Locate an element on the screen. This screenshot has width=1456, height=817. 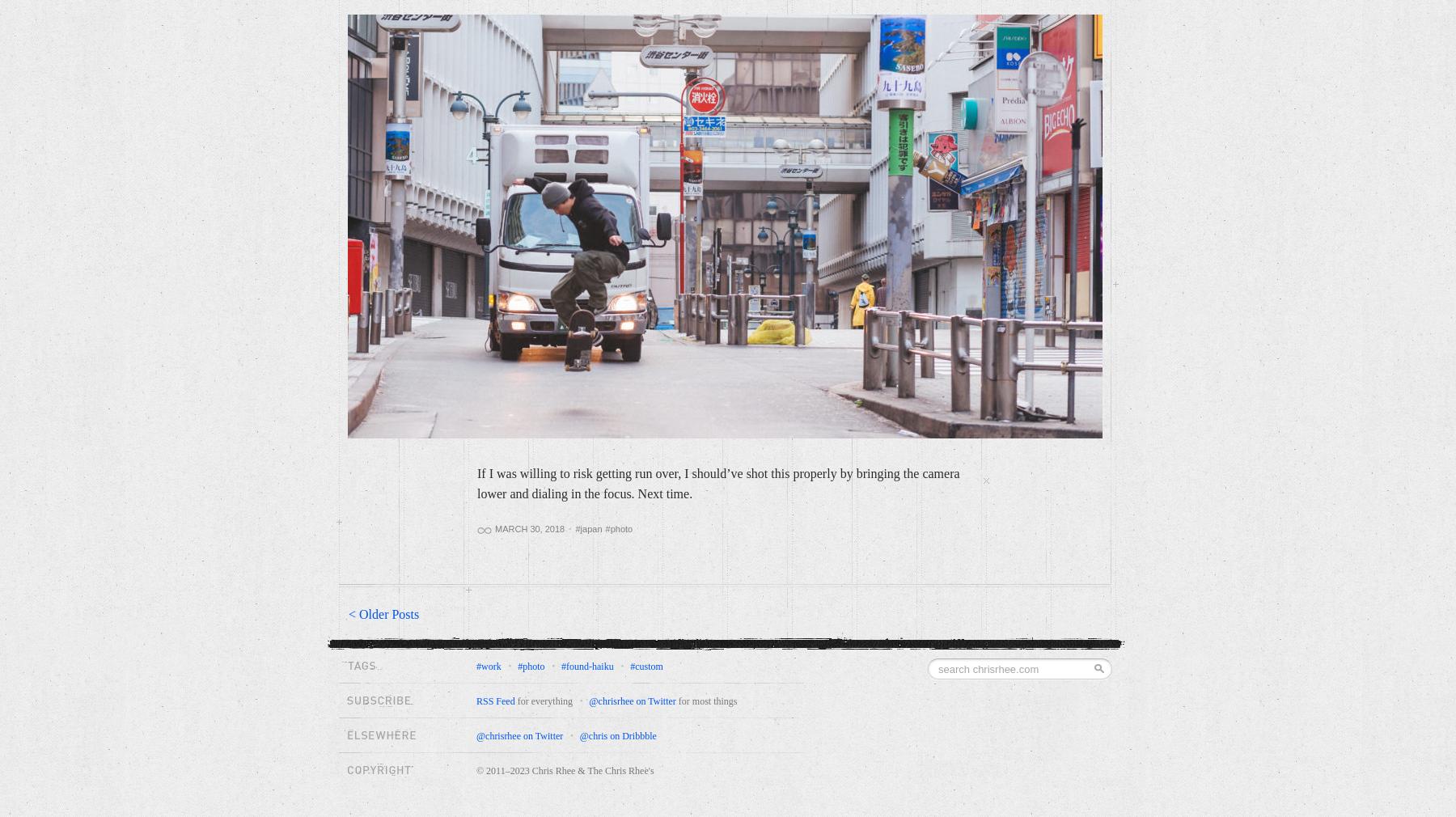
'#found-haiku' is located at coordinates (586, 666).